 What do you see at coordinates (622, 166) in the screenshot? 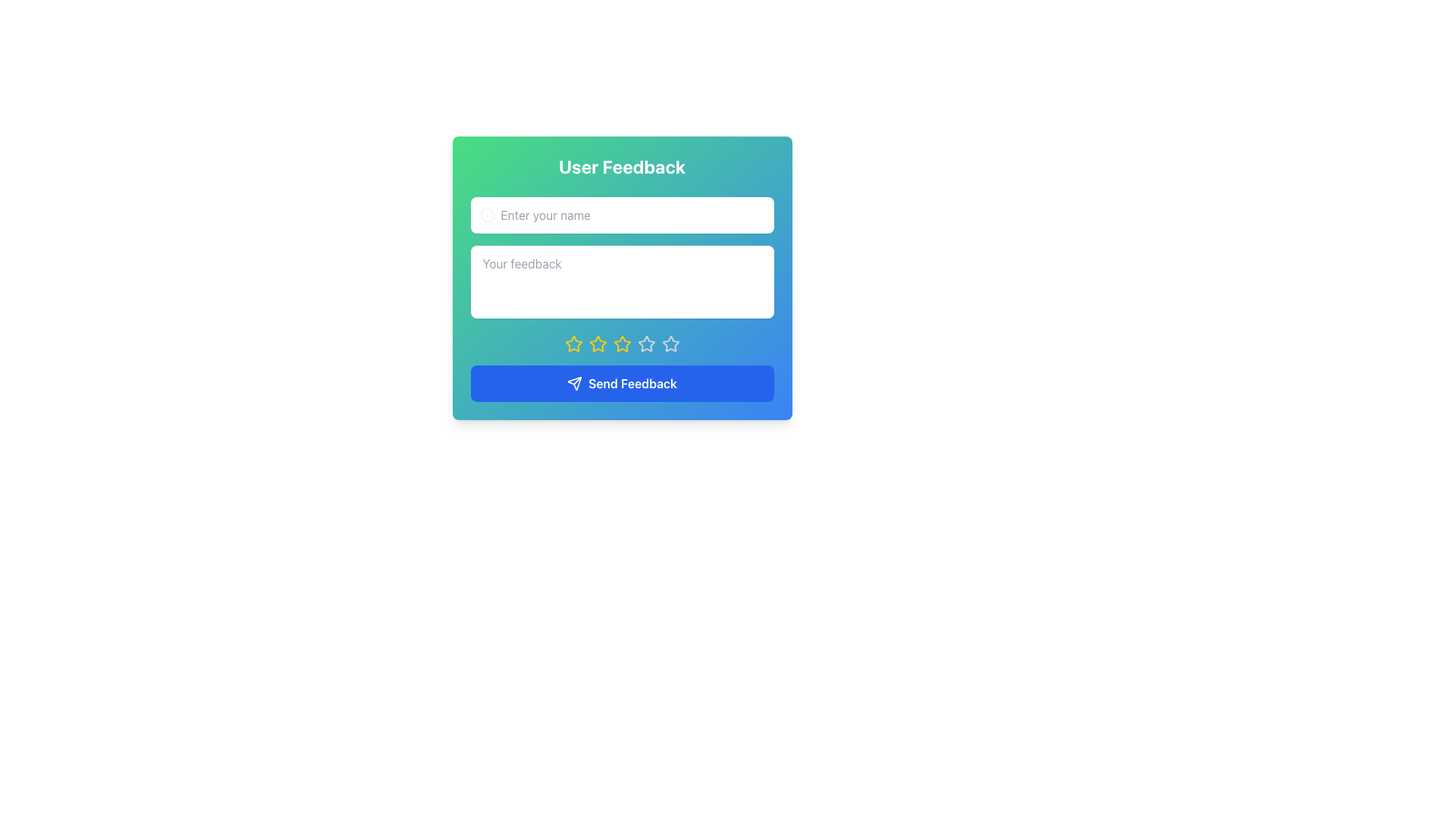
I see `the 'User Feedback' text heading, which is centered at the top of the colorful card, displayed in large, bold, white typography against a gradient background transitioning from green to blue` at bounding box center [622, 166].